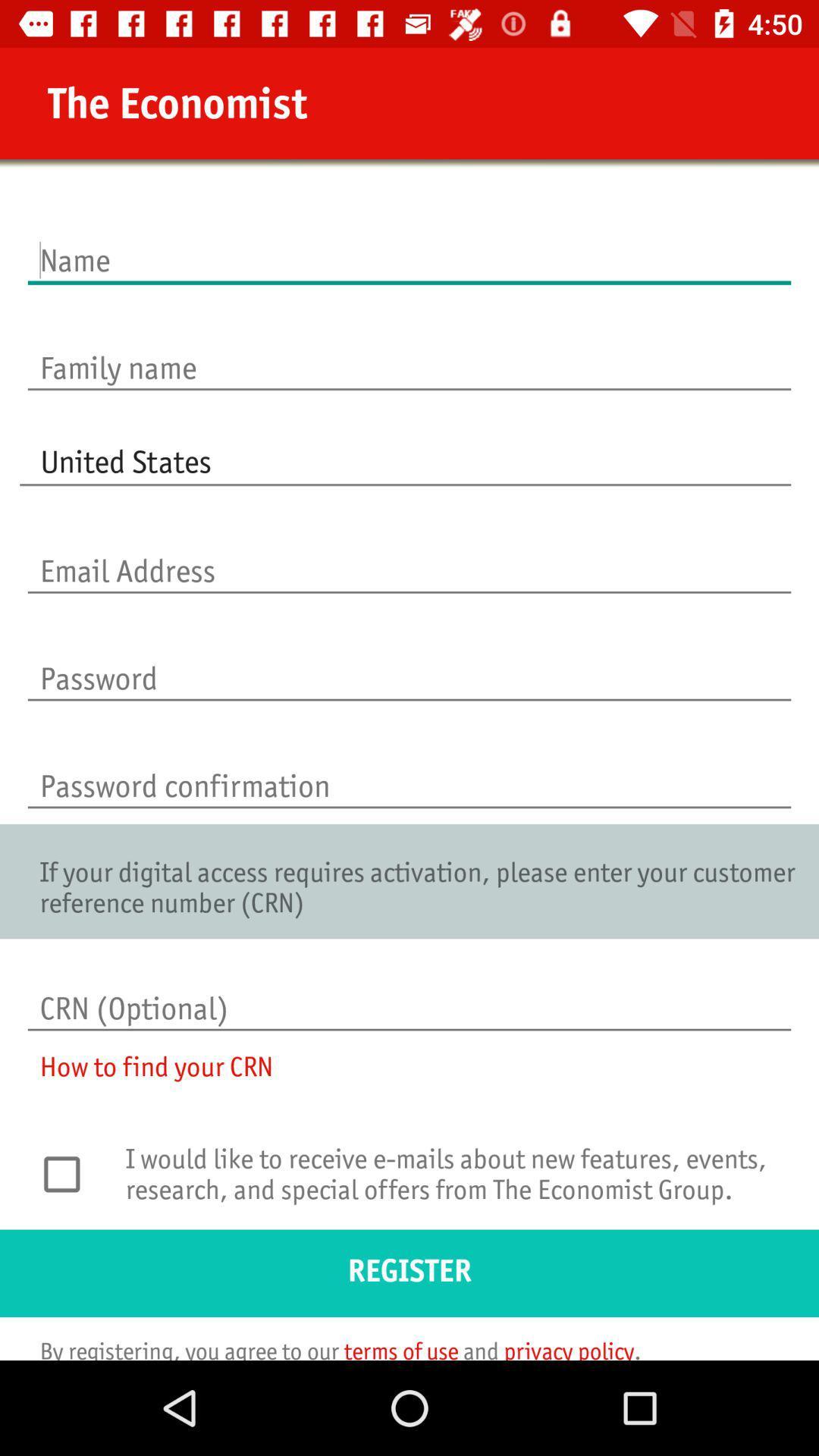  I want to click on receive option, so click(70, 1173).